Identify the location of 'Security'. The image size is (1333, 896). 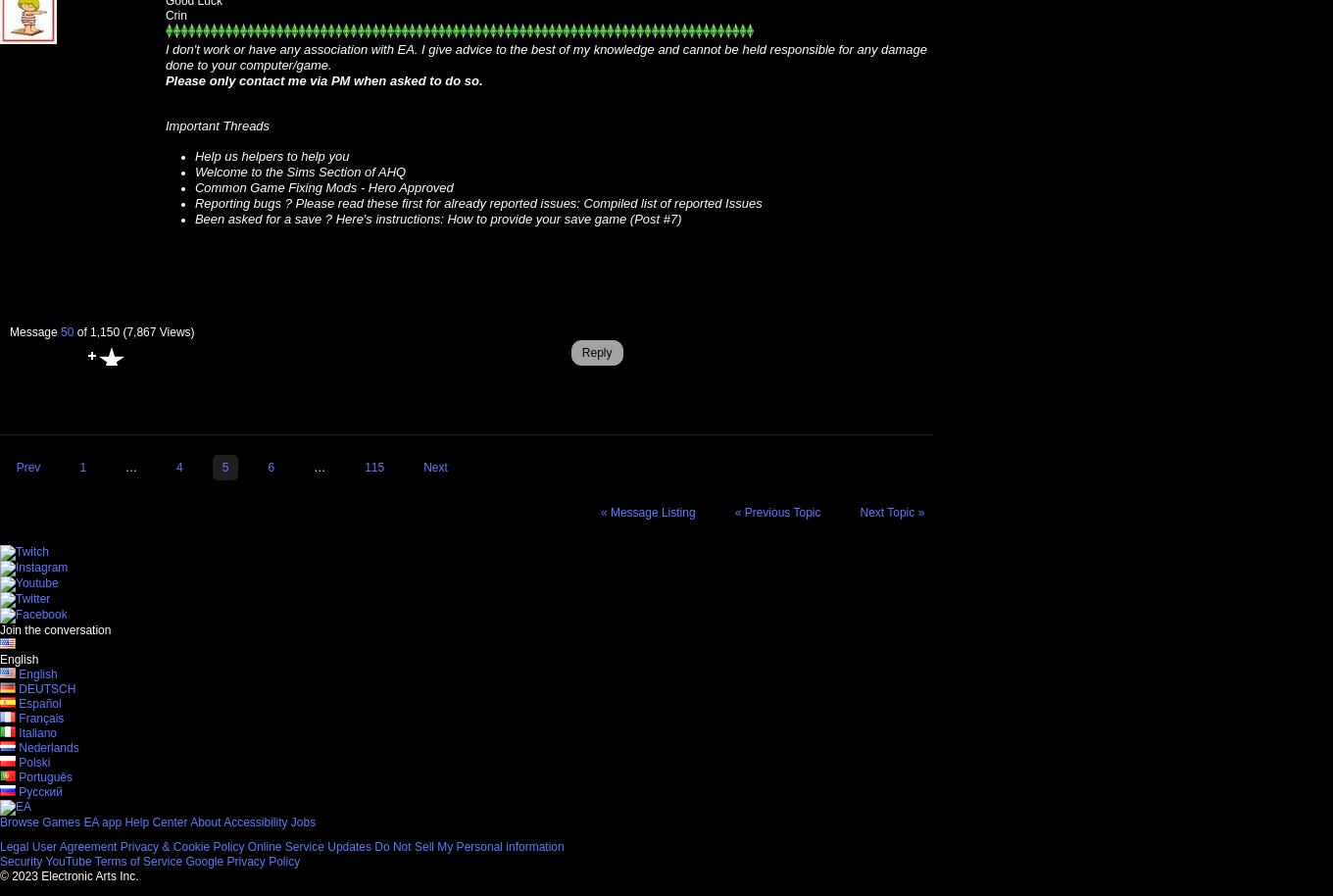
(21, 860).